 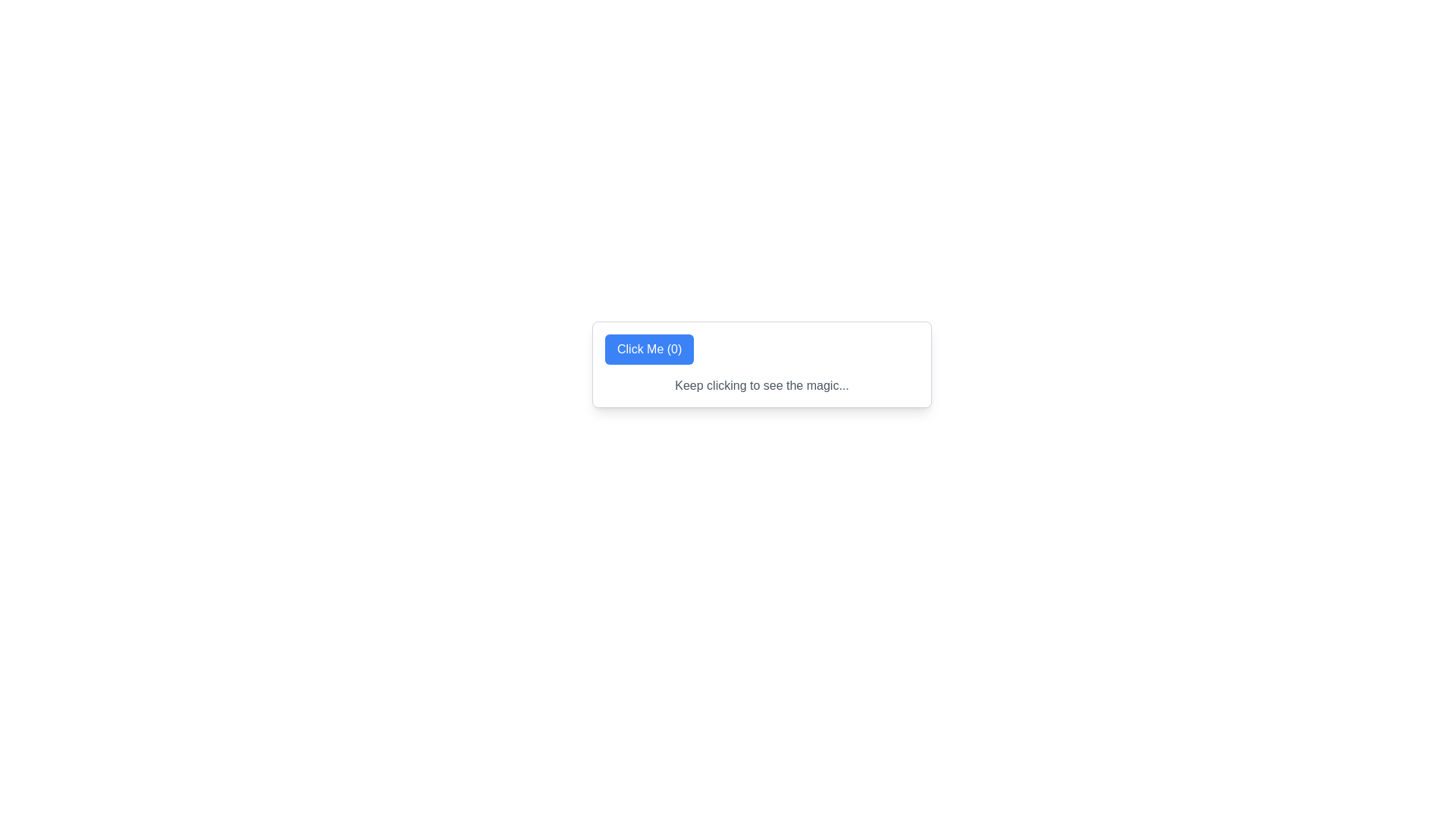 I want to click on the rectangular button with rounded corners that has a blue background and white text displaying 'Click Me (0)', so click(x=648, y=350).